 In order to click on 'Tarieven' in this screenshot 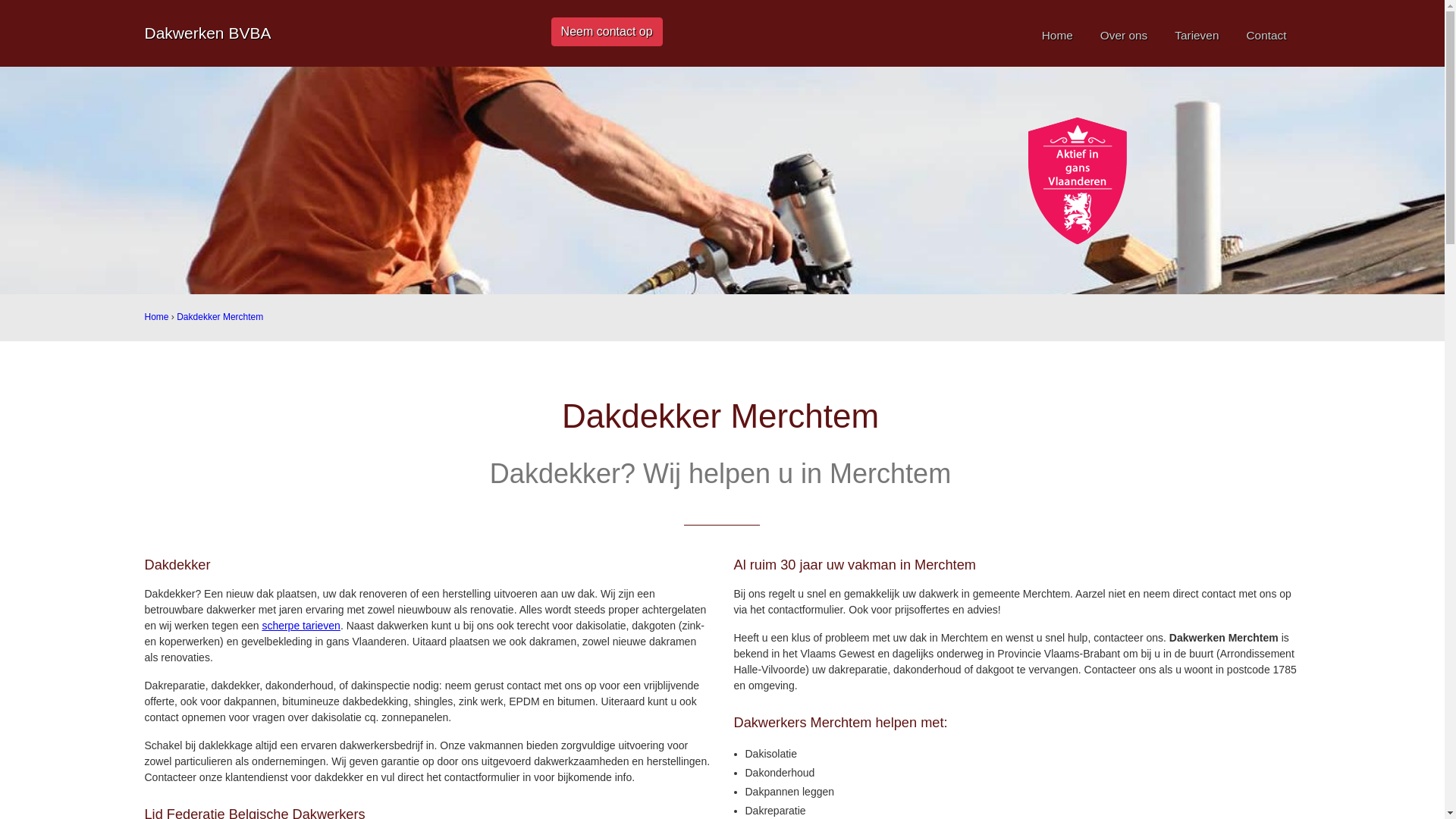, I will do `click(1196, 34)`.